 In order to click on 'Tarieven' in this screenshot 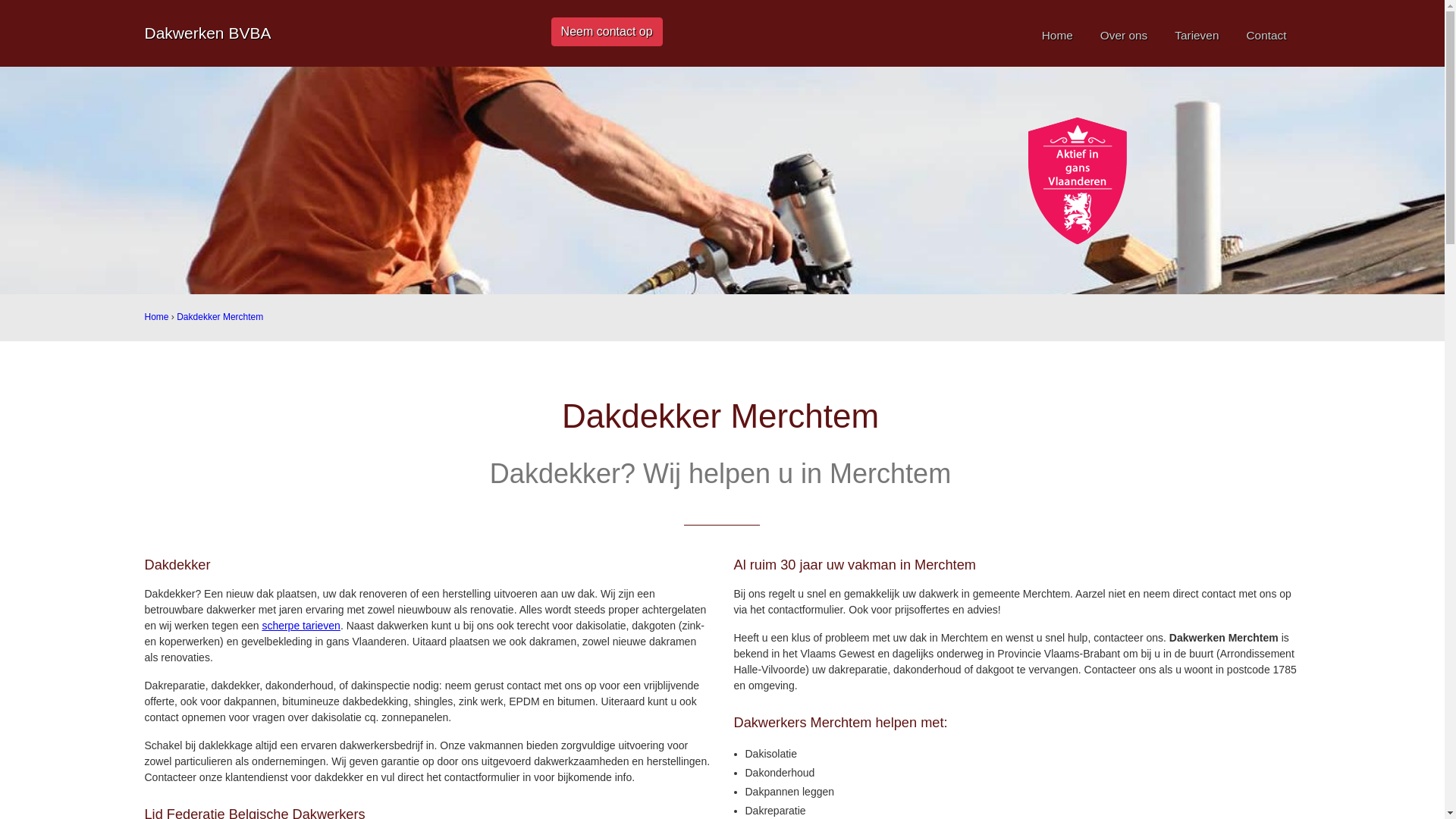, I will do `click(1196, 34)`.